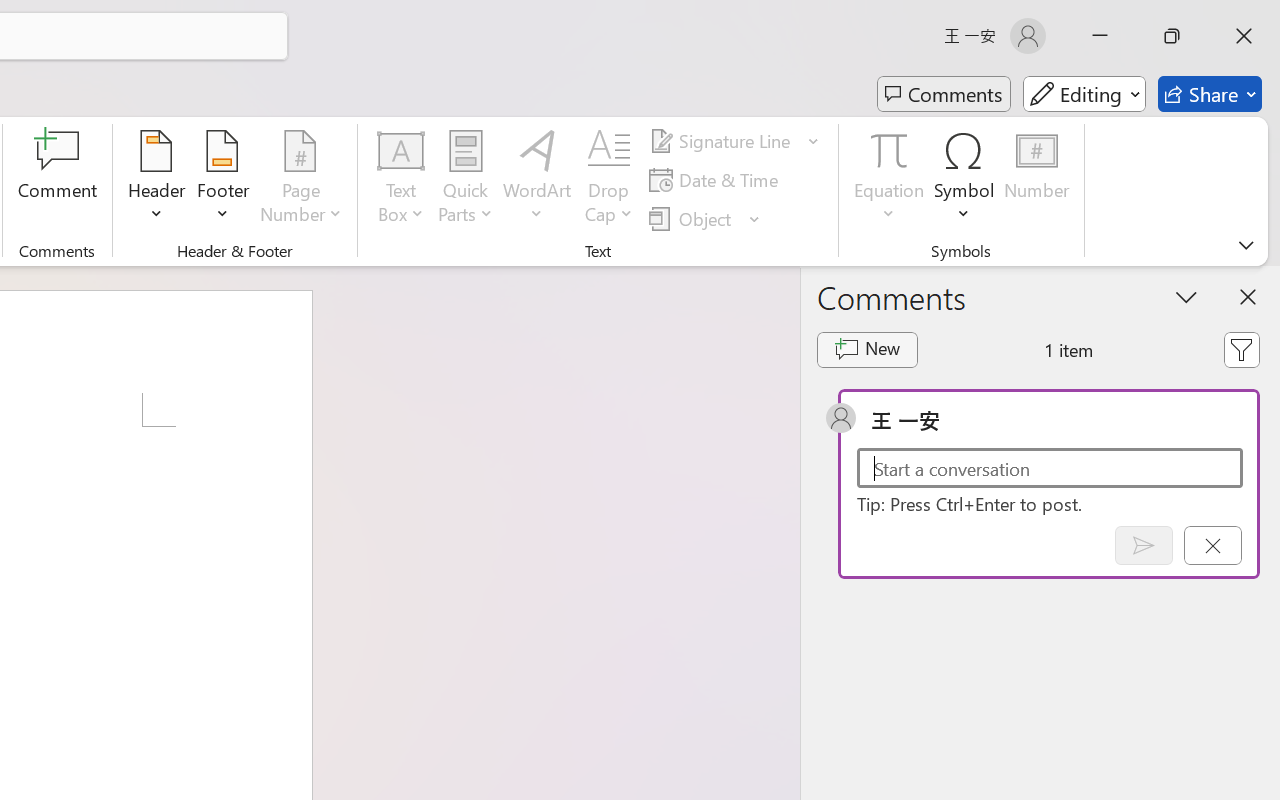 This screenshot has height=800, width=1280. What do you see at coordinates (733, 141) in the screenshot?
I see `'Signature Line'` at bounding box center [733, 141].